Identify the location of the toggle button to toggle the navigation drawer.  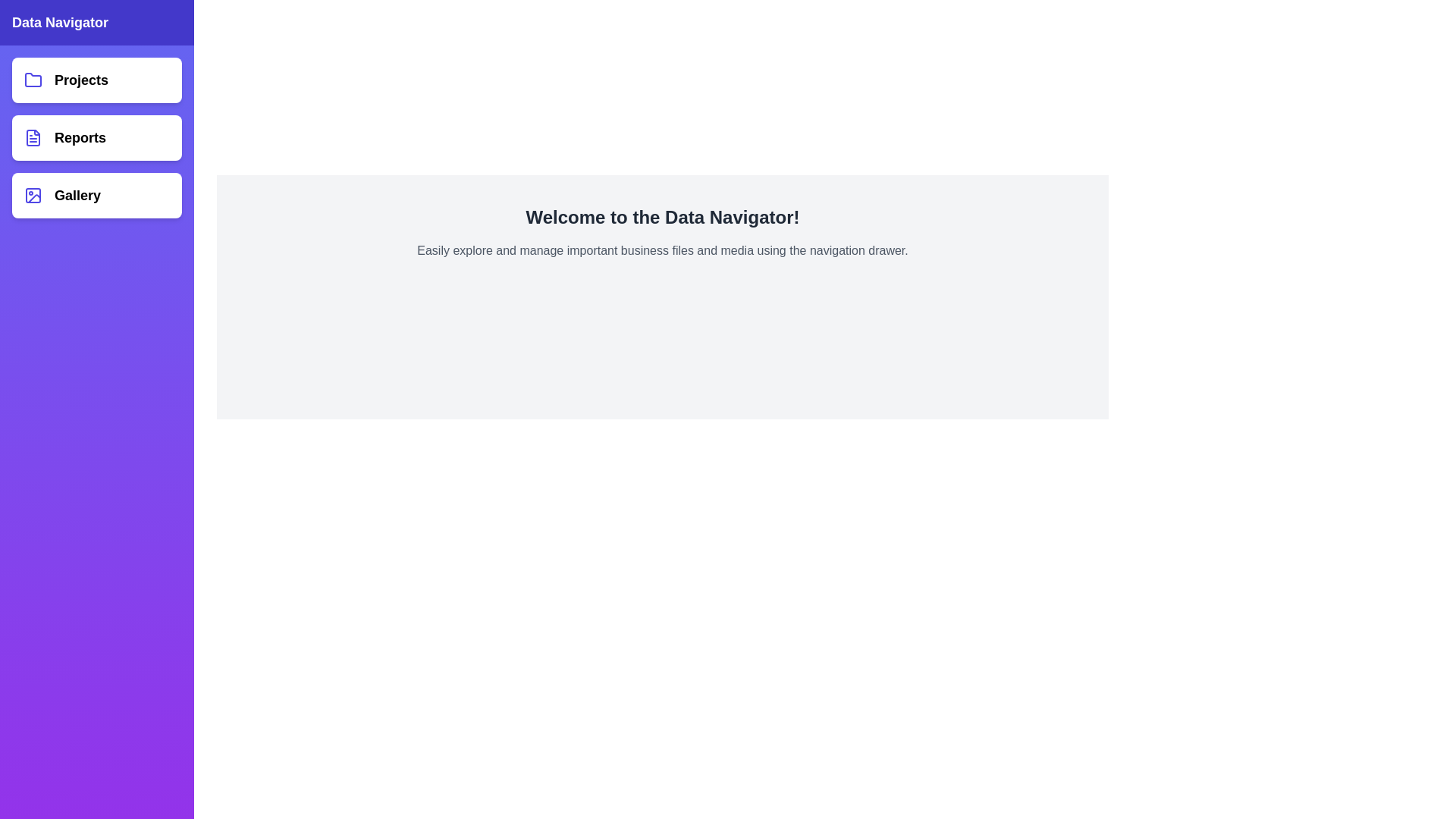
(30, 30).